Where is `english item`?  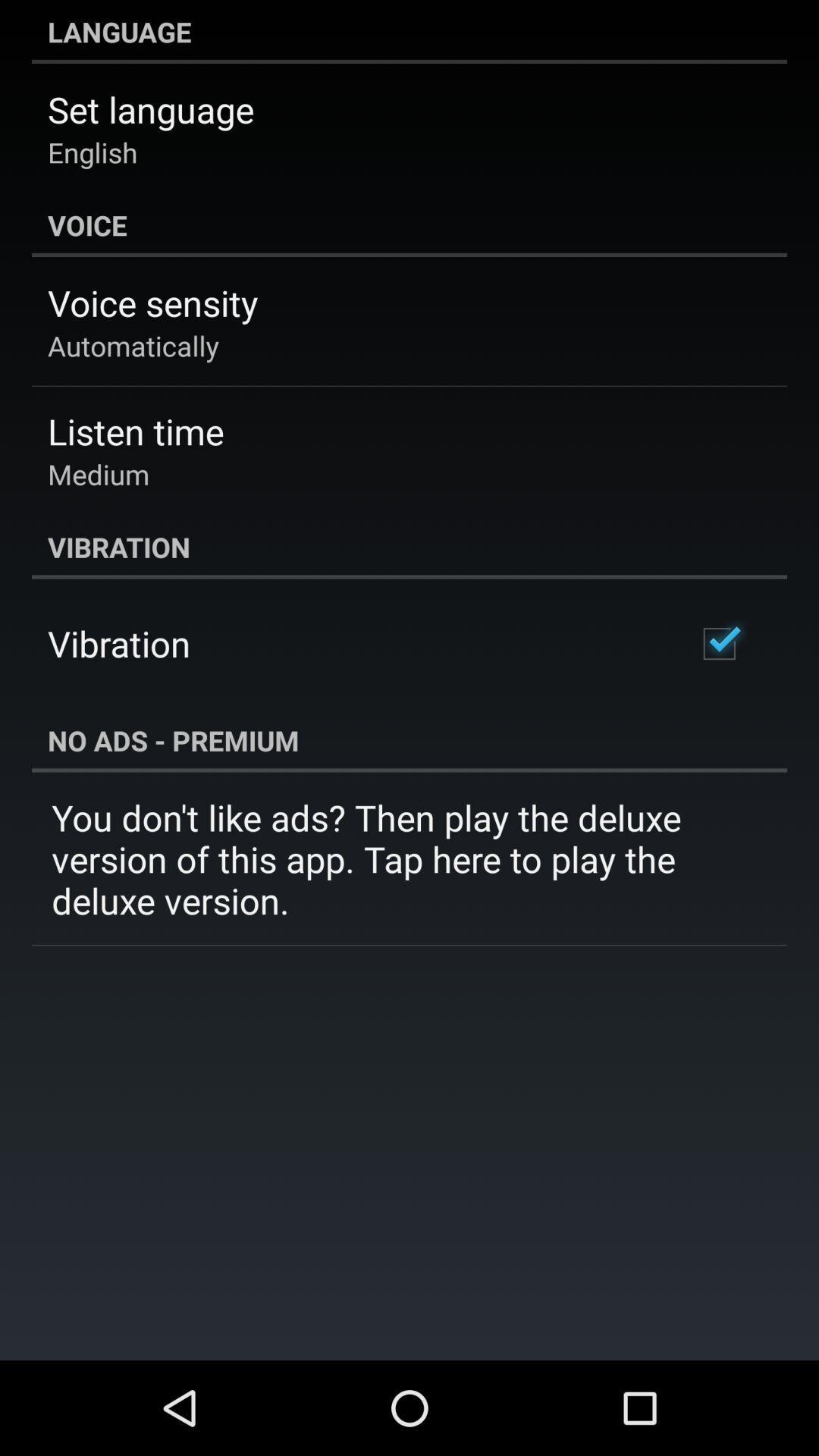 english item is located at coordinates (93, 152).